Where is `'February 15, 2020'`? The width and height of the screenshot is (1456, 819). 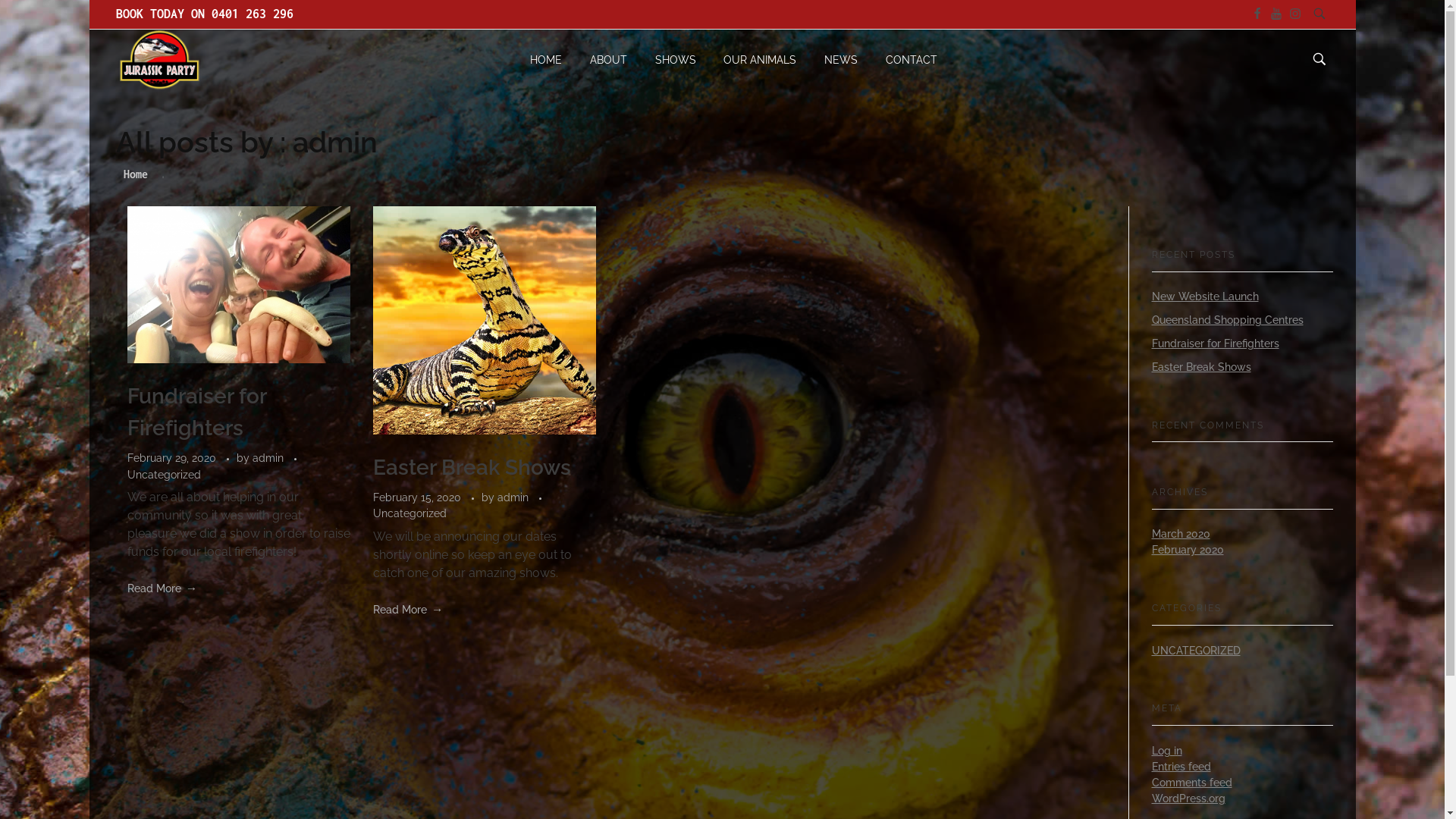
'February 15, 2020' is located at coordinates (419, 497).